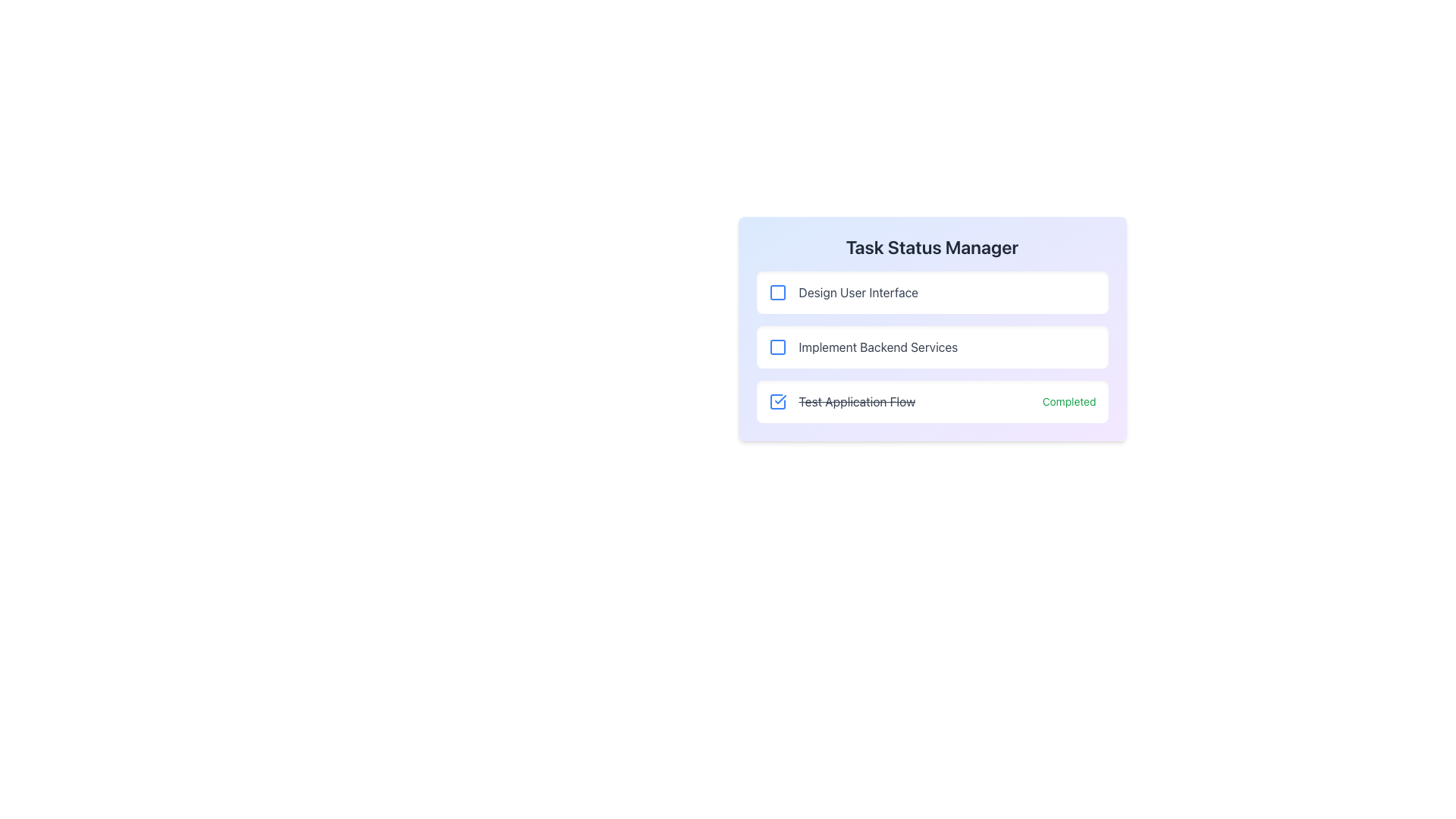  I want to click on the text label 'Implement Backend Services' associated with the checkbox, which is the second task item in the 'Task Status Manager' card, so click(863, 347).